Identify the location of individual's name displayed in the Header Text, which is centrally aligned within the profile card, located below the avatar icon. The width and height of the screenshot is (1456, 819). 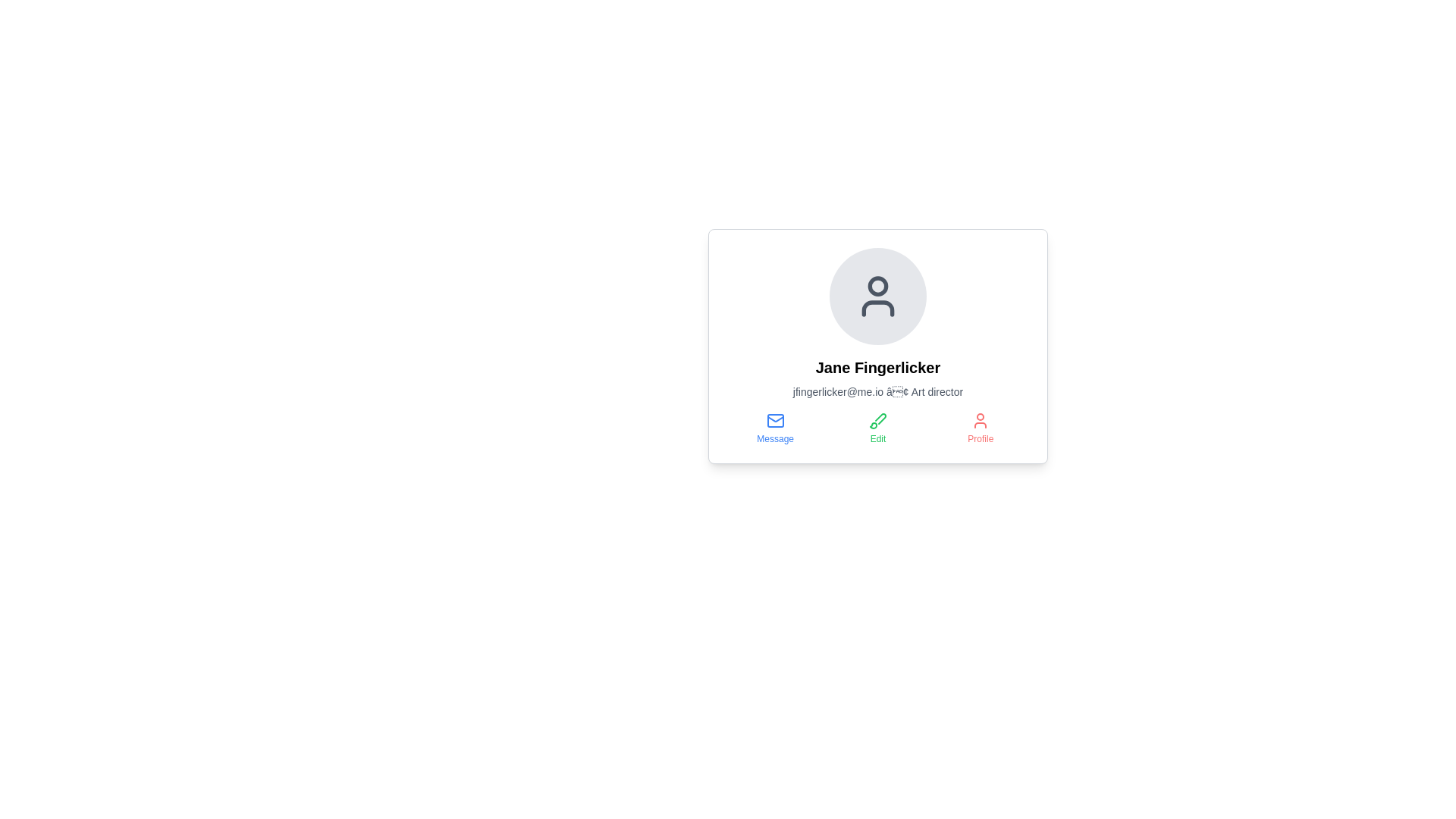
(877, 368).